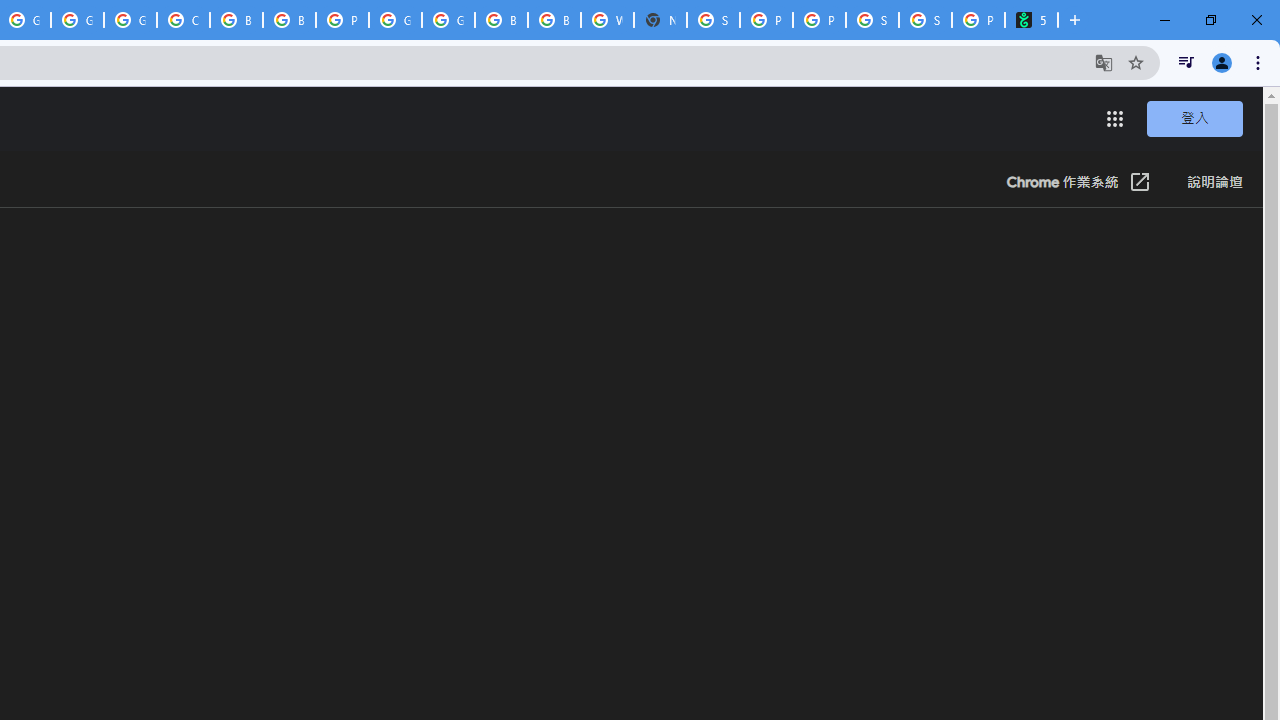  Describe the element at coordinates (1255, 20) in the screenshot. I see `'Close'` at that location.